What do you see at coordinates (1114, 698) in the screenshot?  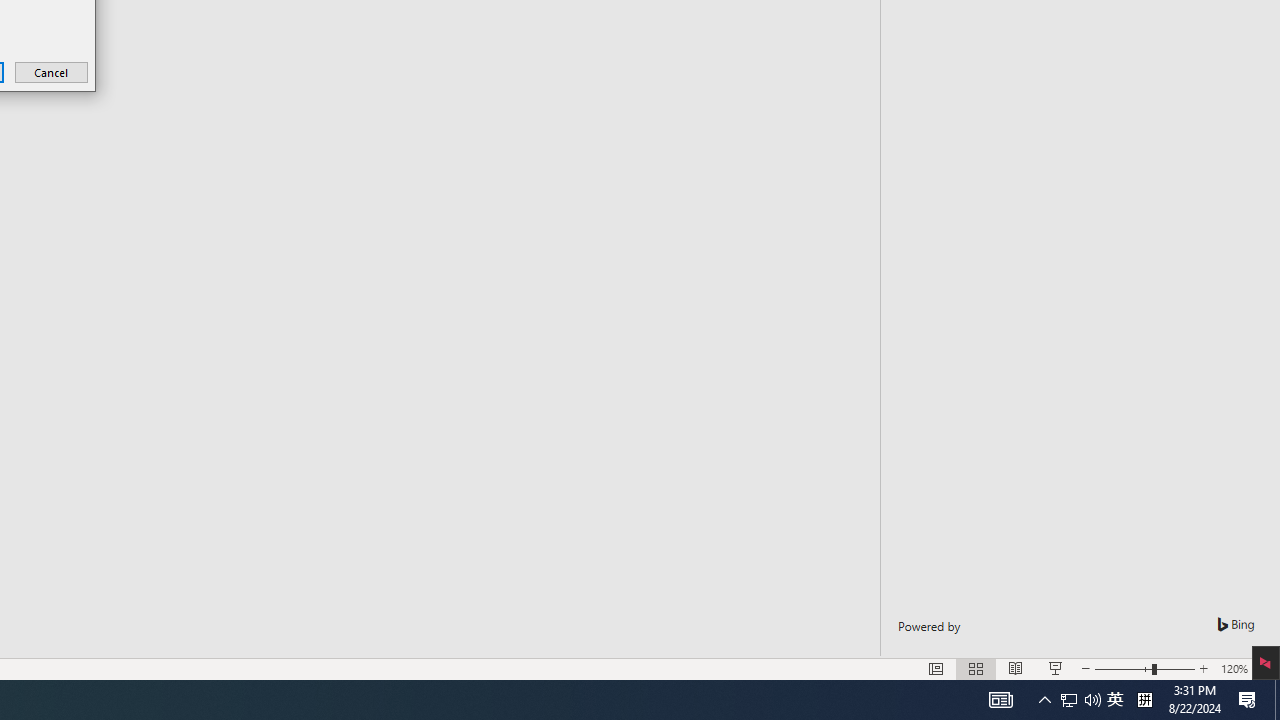 I see `'Tray Input Indicator - Chinese (Simplified, China)'` at bounding box center [1114, 698].